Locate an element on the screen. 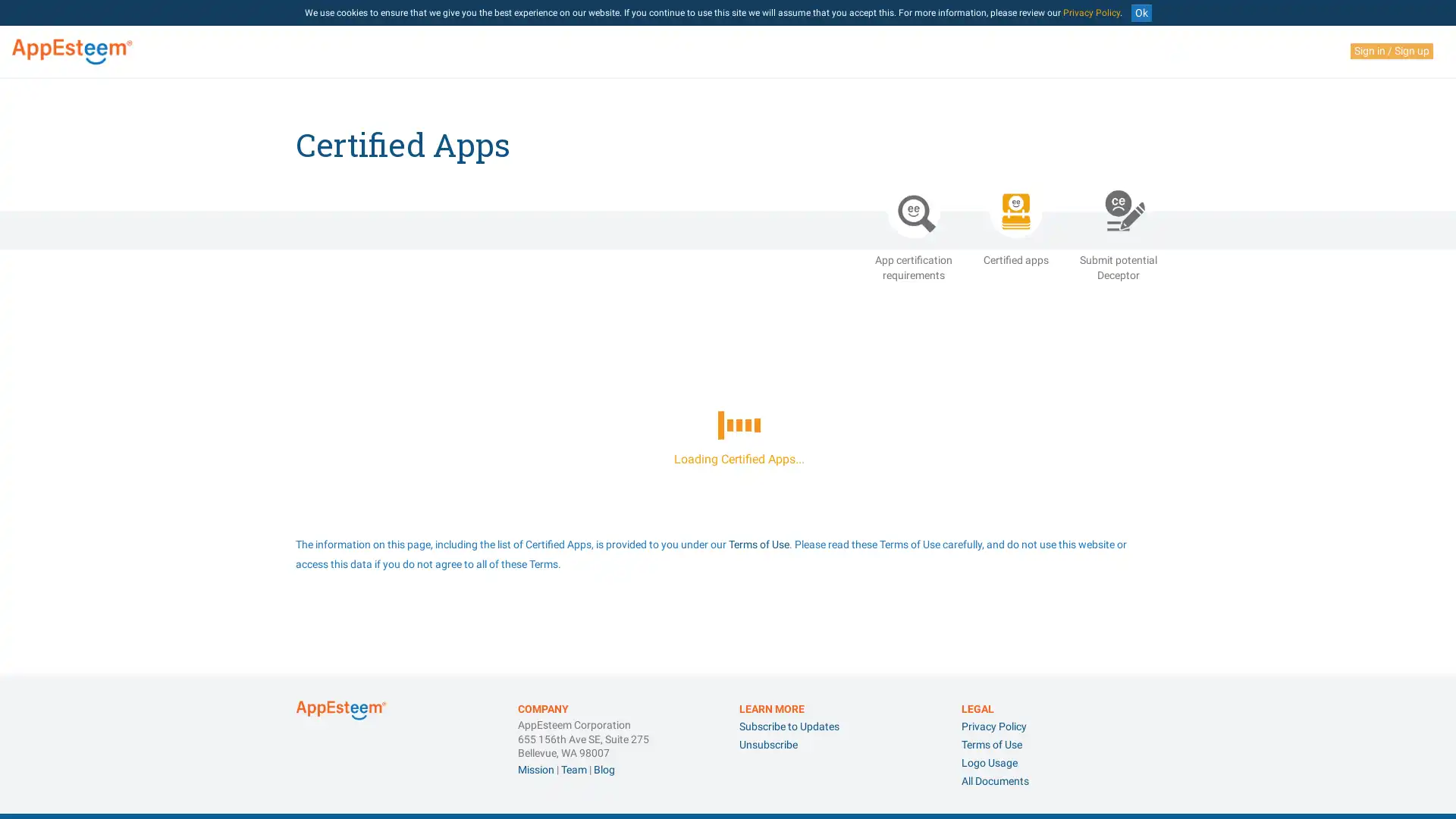 The width and height of the screenshot is (1456, 819). Ok is located at coordinates (1141, 13).